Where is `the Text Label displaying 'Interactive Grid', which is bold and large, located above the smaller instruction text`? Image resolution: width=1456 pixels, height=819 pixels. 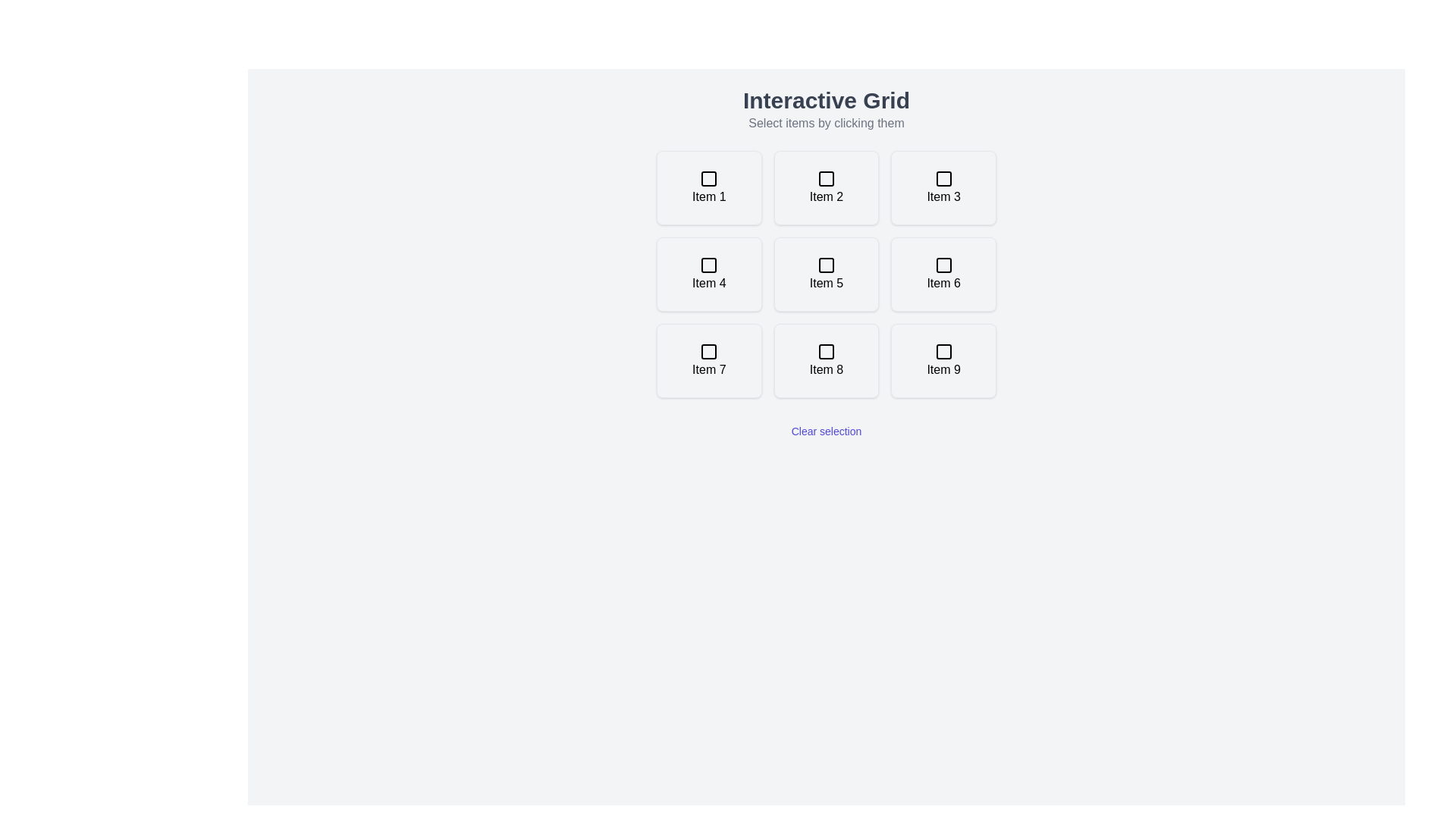
the Text Label displaying 'Interactive Grid', which is bold and large, located above the smaller instruction text is located at coordinates (825, 100).